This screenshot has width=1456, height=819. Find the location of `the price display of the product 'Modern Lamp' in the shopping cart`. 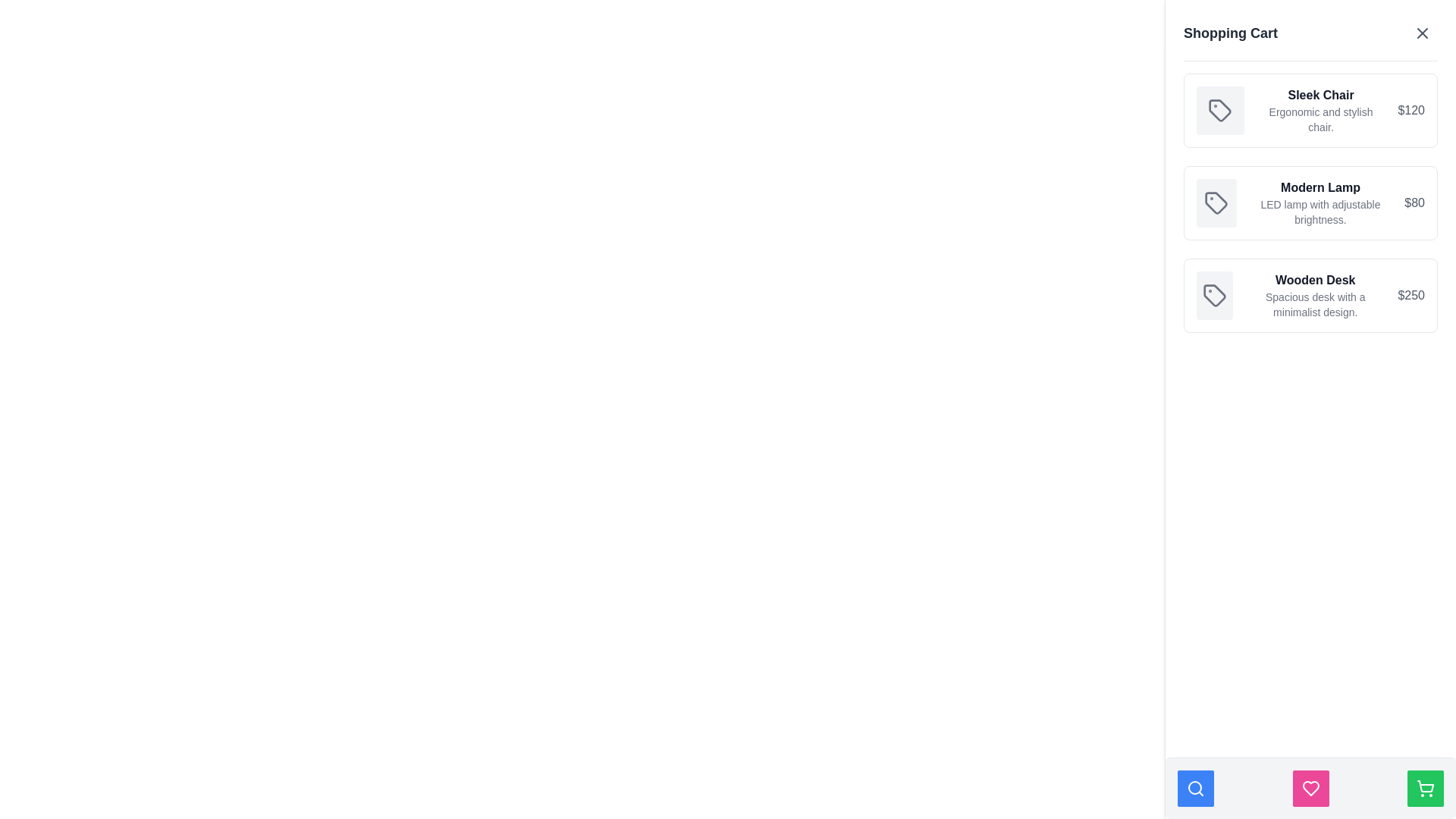

the price display of the product 'Modern Lamp' in the shopping cart is located at coordinates (1414, 202).